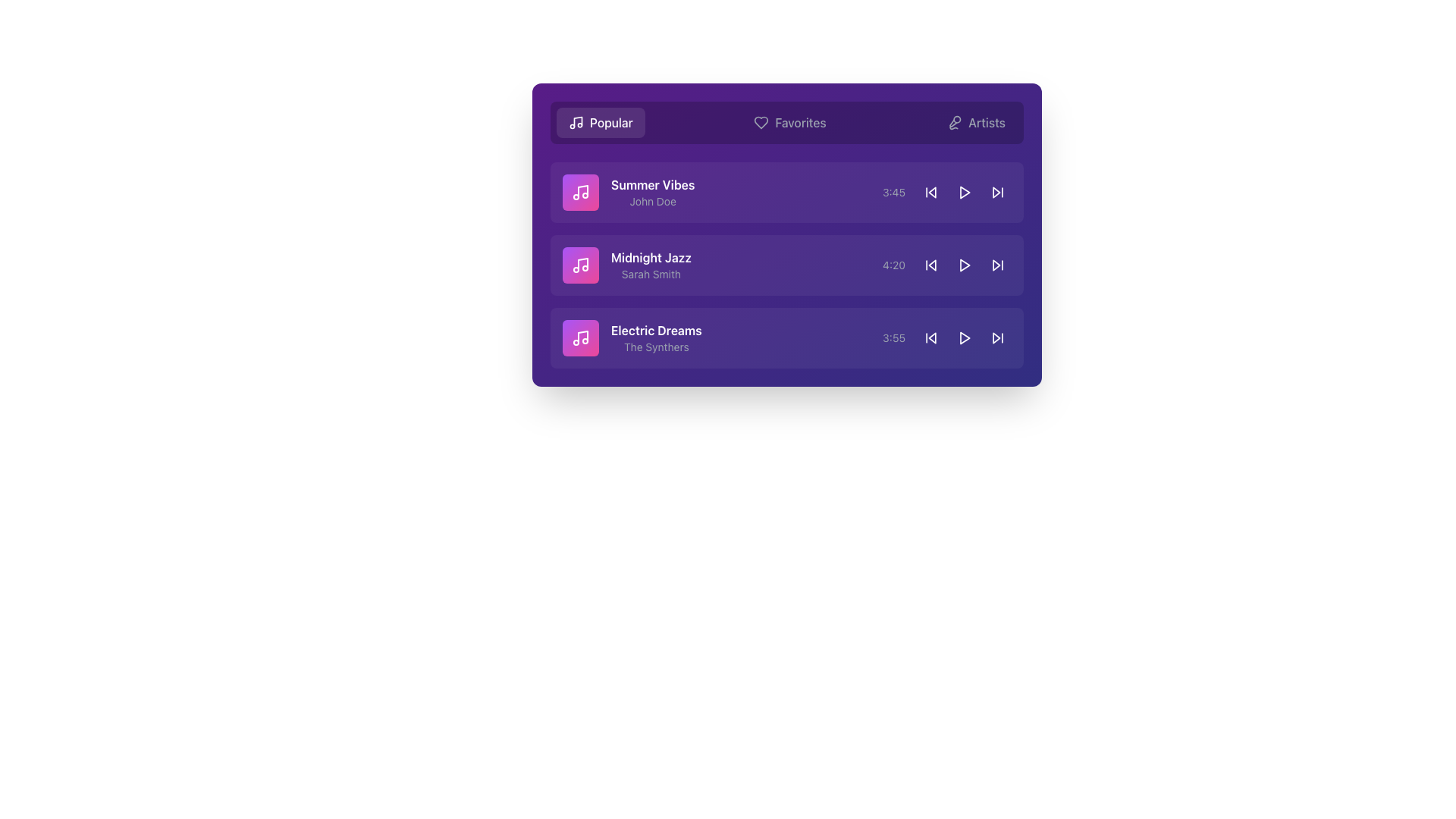  Describe the element at coordinates (964, 265) in the screenshot. I see `the triangular play button styled as a right-pointing triangle, located in the 'Midnight Jazz' music entry, to play the track` at that location.